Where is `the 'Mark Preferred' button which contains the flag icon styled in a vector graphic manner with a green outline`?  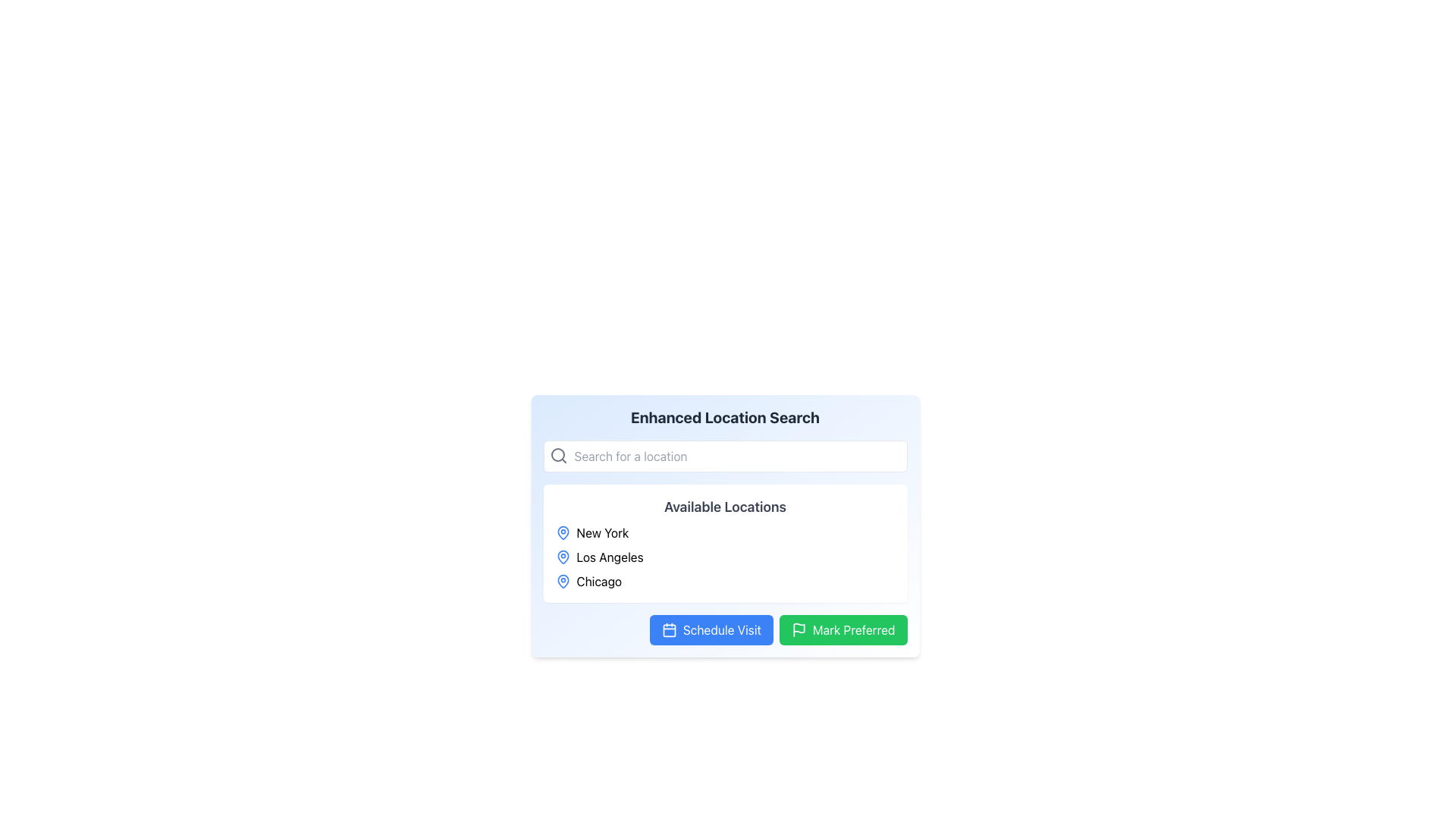
the 'Mark Preferred' button which contains the flag icon styled in a vector graphic manner with a green outline is located at coordinates (798, 629).